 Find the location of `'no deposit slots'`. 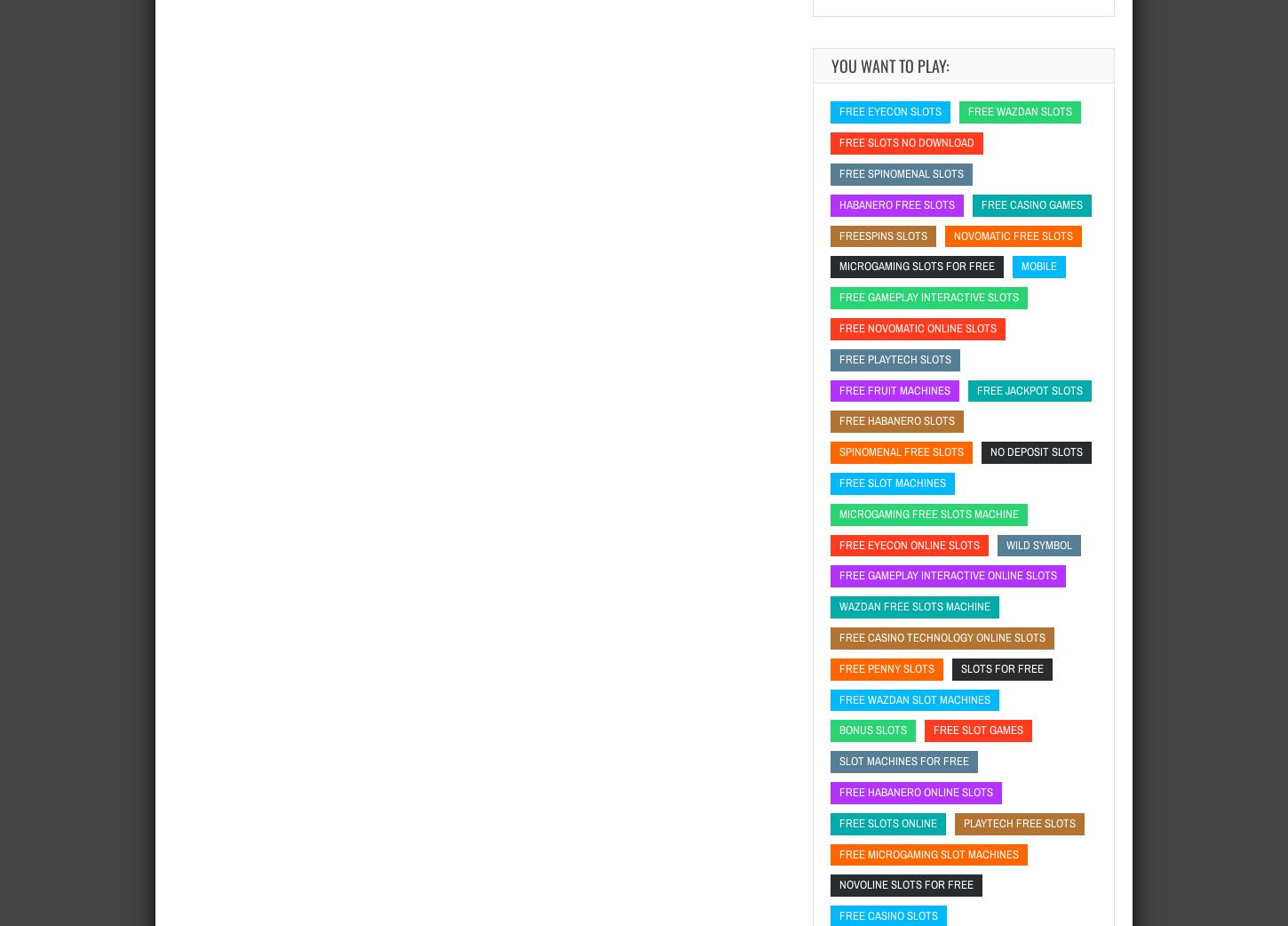

'no deposit slots' is located at coordinates (1035, 451).